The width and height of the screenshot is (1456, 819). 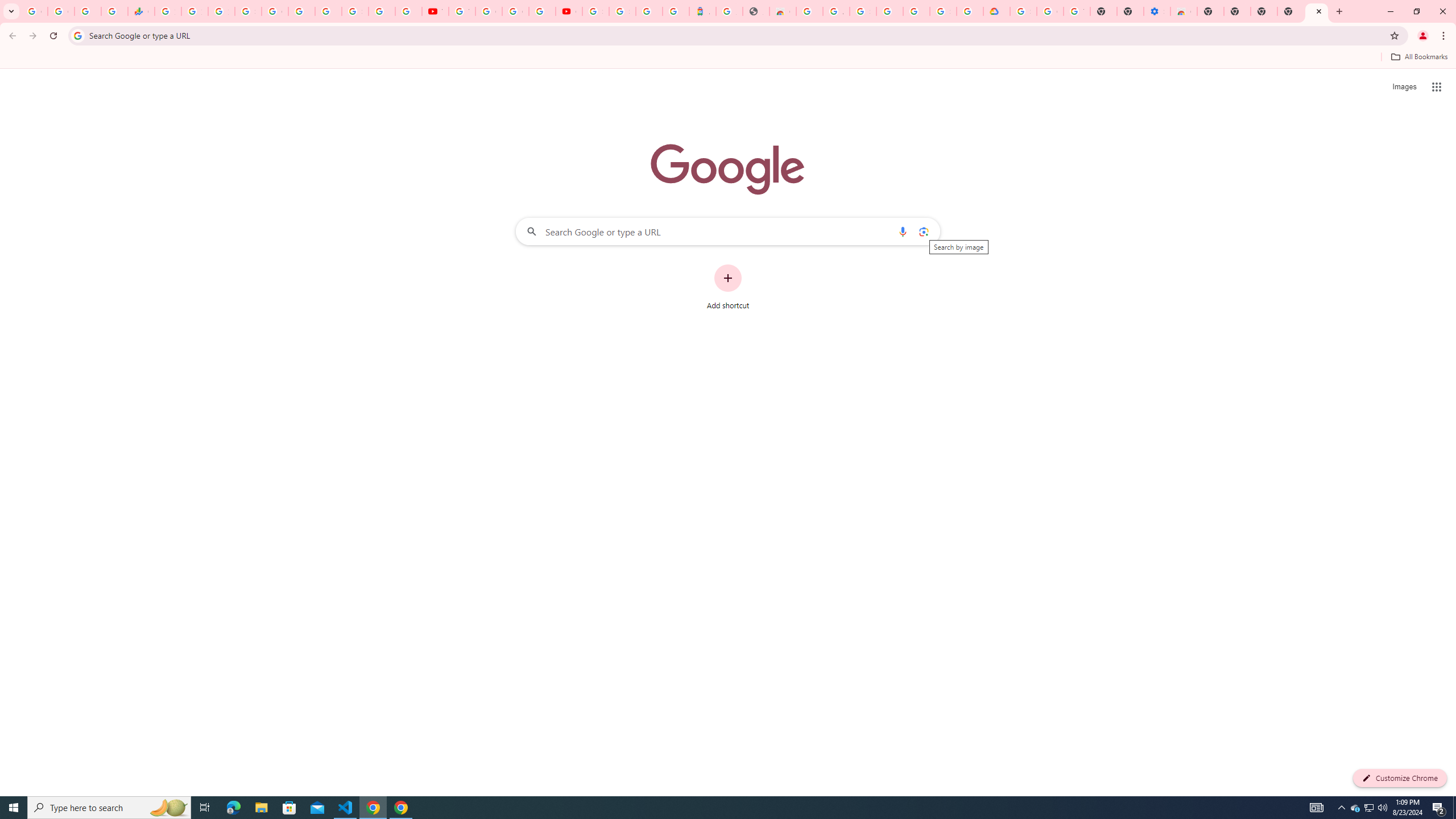 I want to click on 'Content Creator Programs & Opportunities - YouTube Creators', so click(x=568, y=11).